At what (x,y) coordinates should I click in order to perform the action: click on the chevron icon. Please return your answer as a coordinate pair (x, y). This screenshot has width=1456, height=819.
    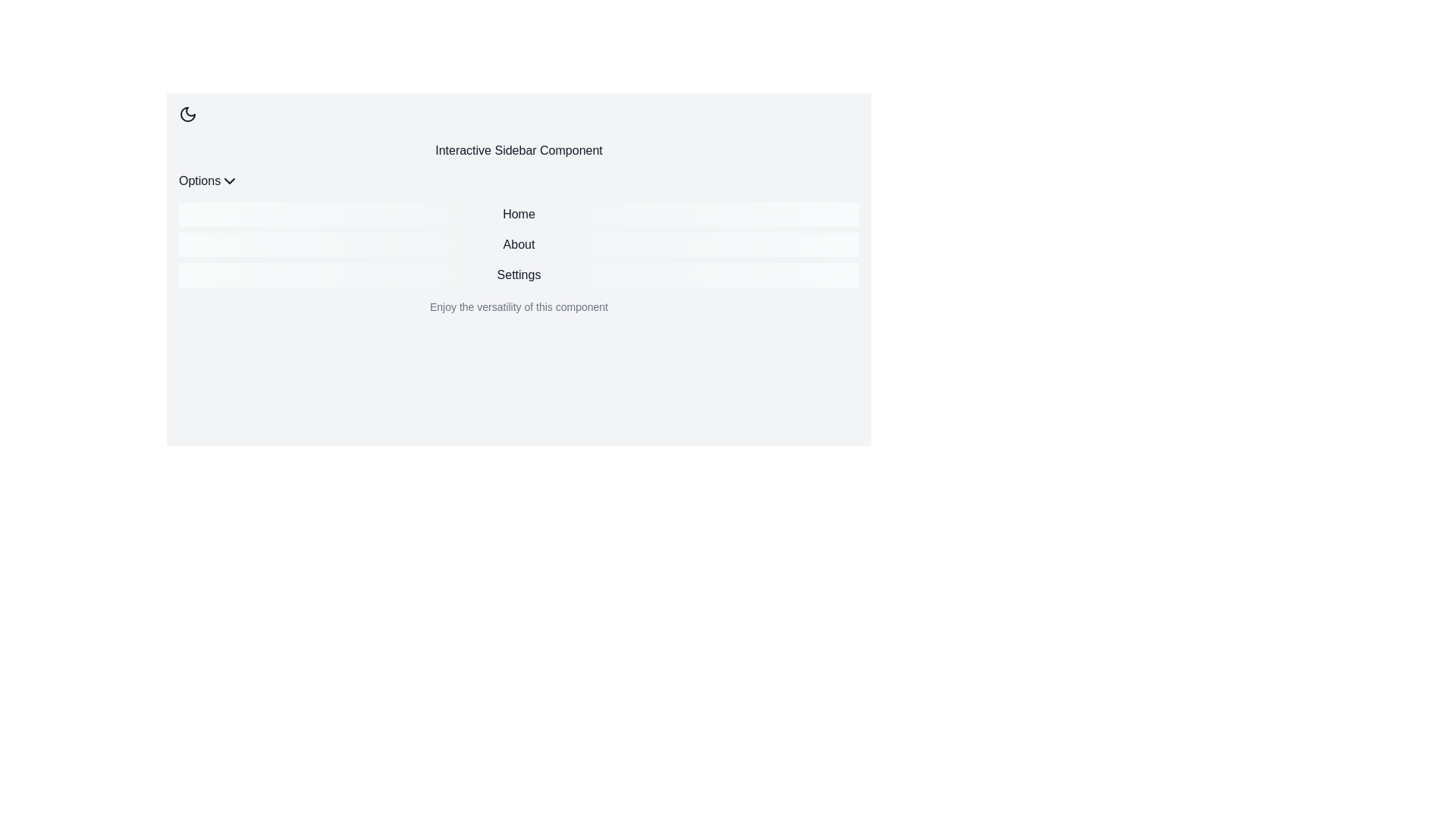
    Looking at the image, I should click on (228, 180).